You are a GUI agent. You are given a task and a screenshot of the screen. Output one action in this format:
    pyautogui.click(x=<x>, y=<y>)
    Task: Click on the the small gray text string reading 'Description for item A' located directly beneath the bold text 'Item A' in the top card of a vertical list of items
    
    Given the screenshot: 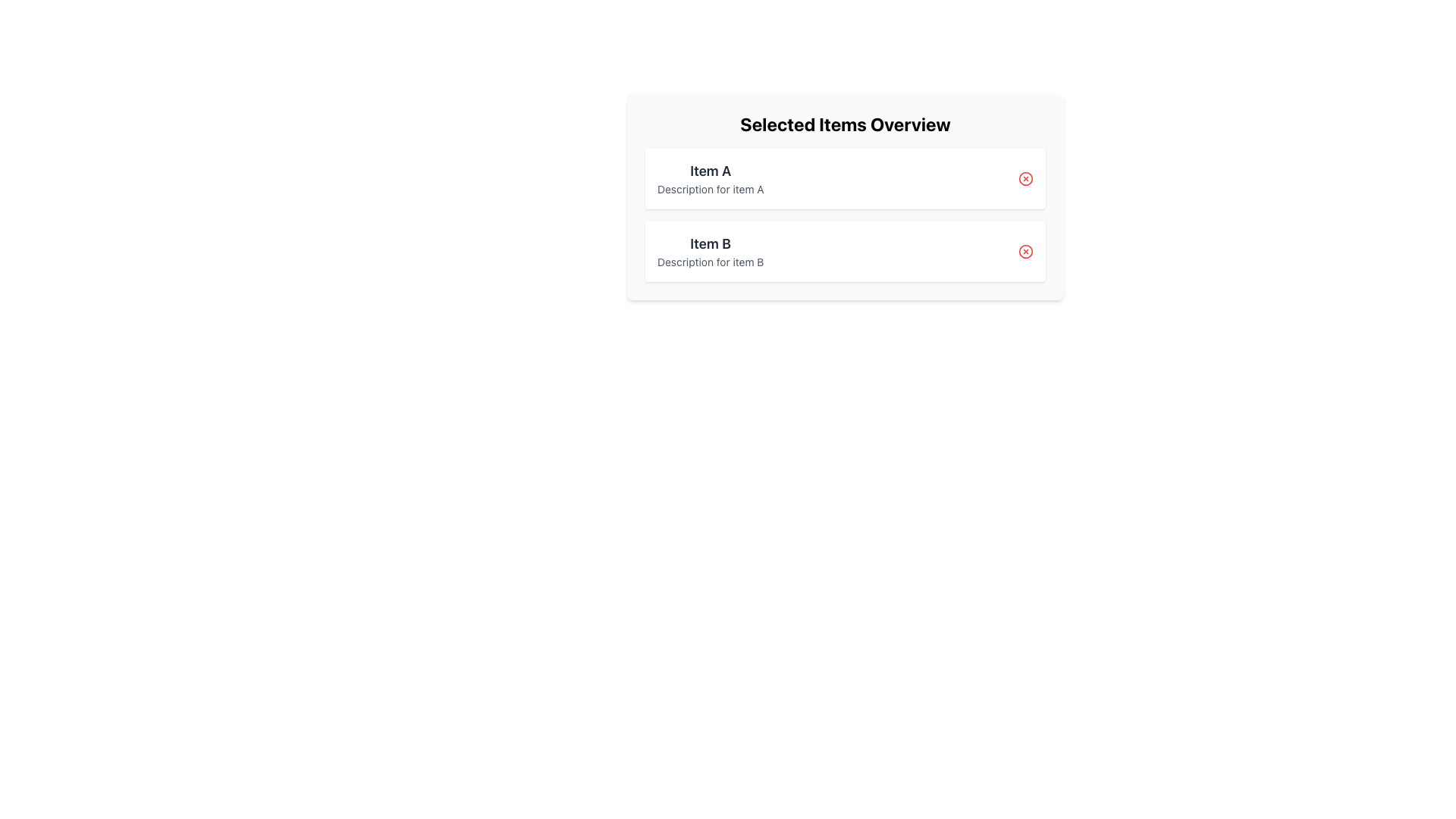 What is the action you would take?
    pyautogui.click(x=710, y=189)
    